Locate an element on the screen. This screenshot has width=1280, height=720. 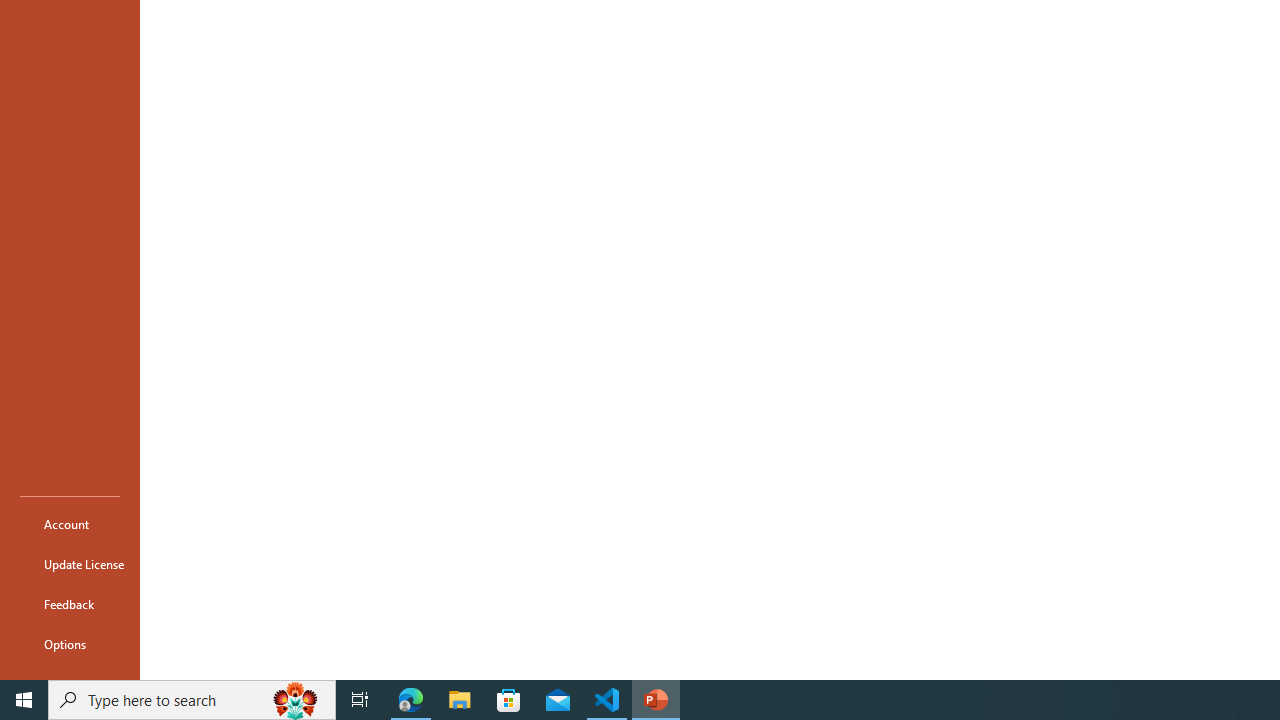
'Update License' is located at coordinates (69, 564).